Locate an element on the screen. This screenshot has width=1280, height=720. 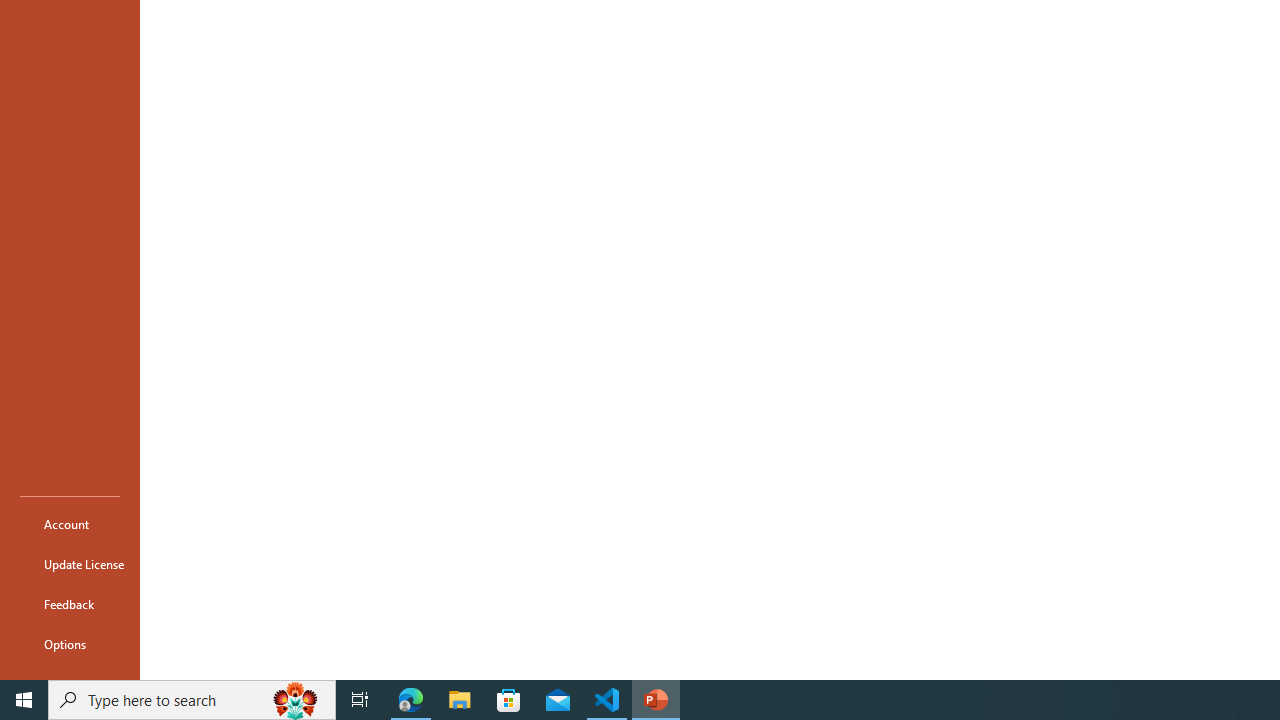
'Update License' is located at coordinates (69, 564).